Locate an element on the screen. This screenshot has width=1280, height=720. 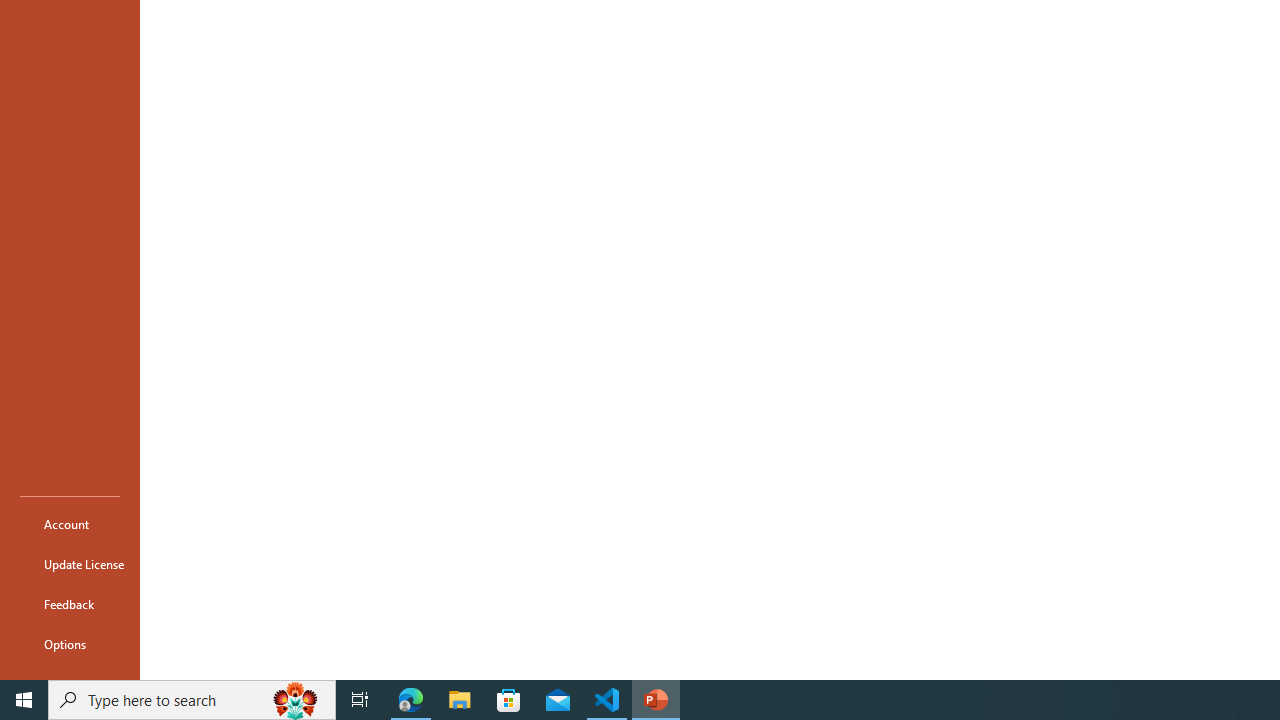
'Update License' is located at coordinates (69, 564).